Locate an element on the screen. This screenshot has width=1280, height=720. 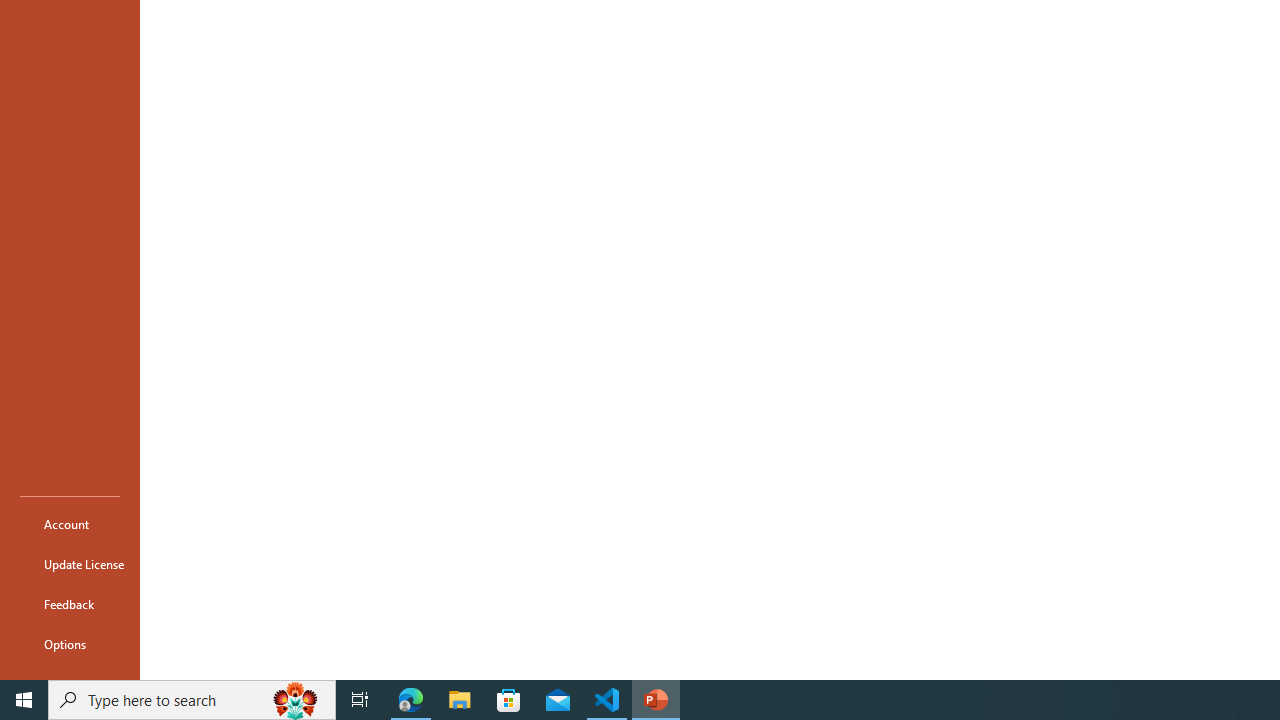
'Update License' is located at coordinates (69, 564).